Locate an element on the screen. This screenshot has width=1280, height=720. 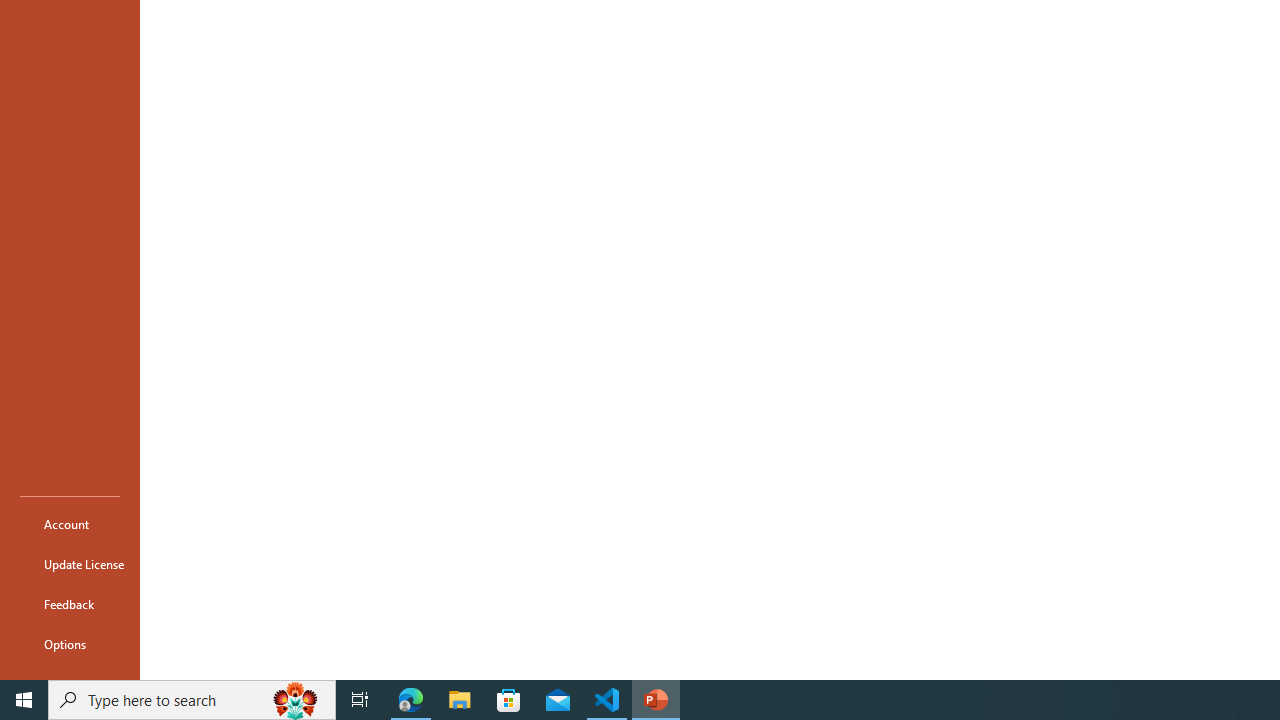
'Update License' is located at coordinates (69, 564).